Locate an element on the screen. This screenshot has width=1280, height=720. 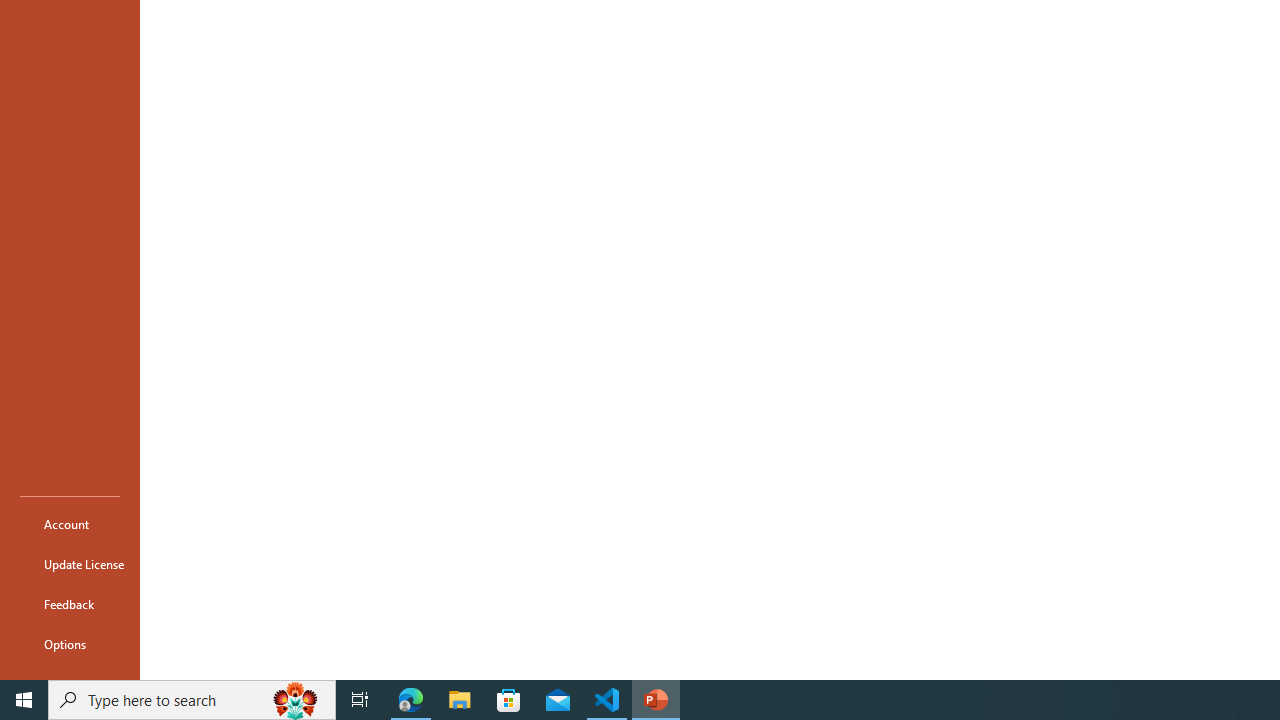
'Update License' is located at coordinates (69, 564).